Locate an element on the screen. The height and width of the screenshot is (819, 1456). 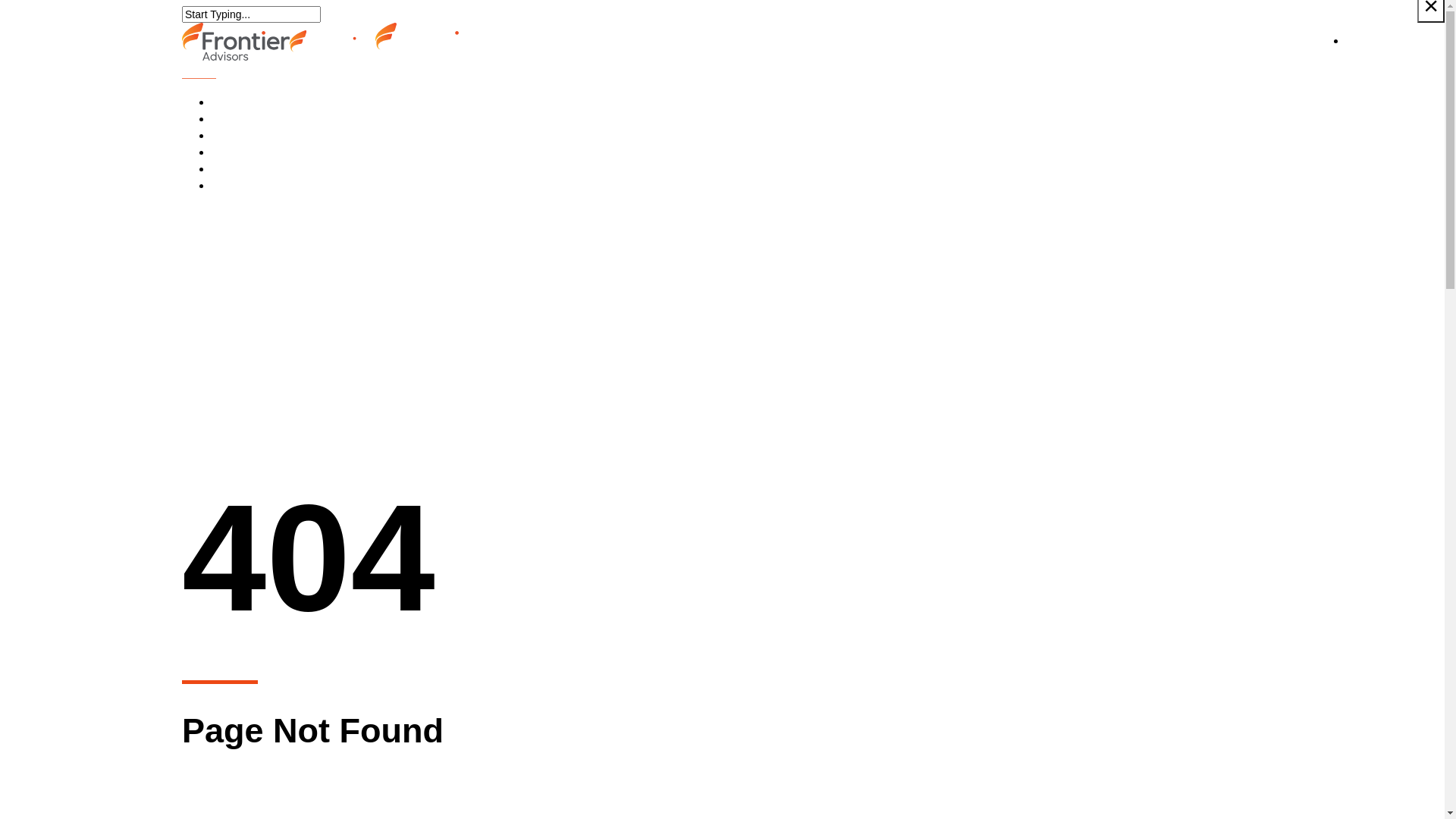
'Technology' is located at coordinates (262, 169).